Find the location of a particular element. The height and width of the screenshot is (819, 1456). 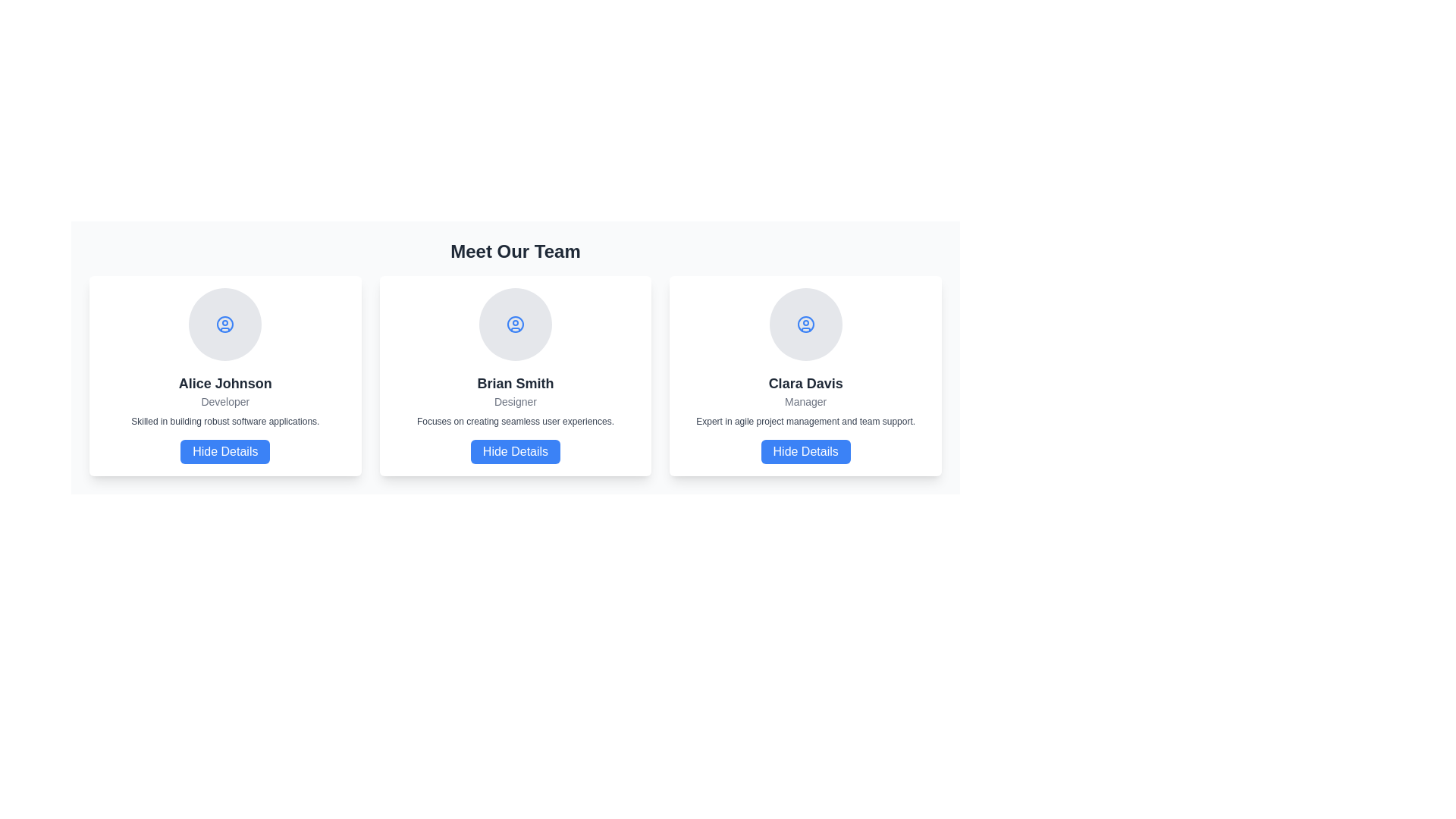

the button at the bottom center of Clara Davis' profile card is located at coordinates (805, 451).